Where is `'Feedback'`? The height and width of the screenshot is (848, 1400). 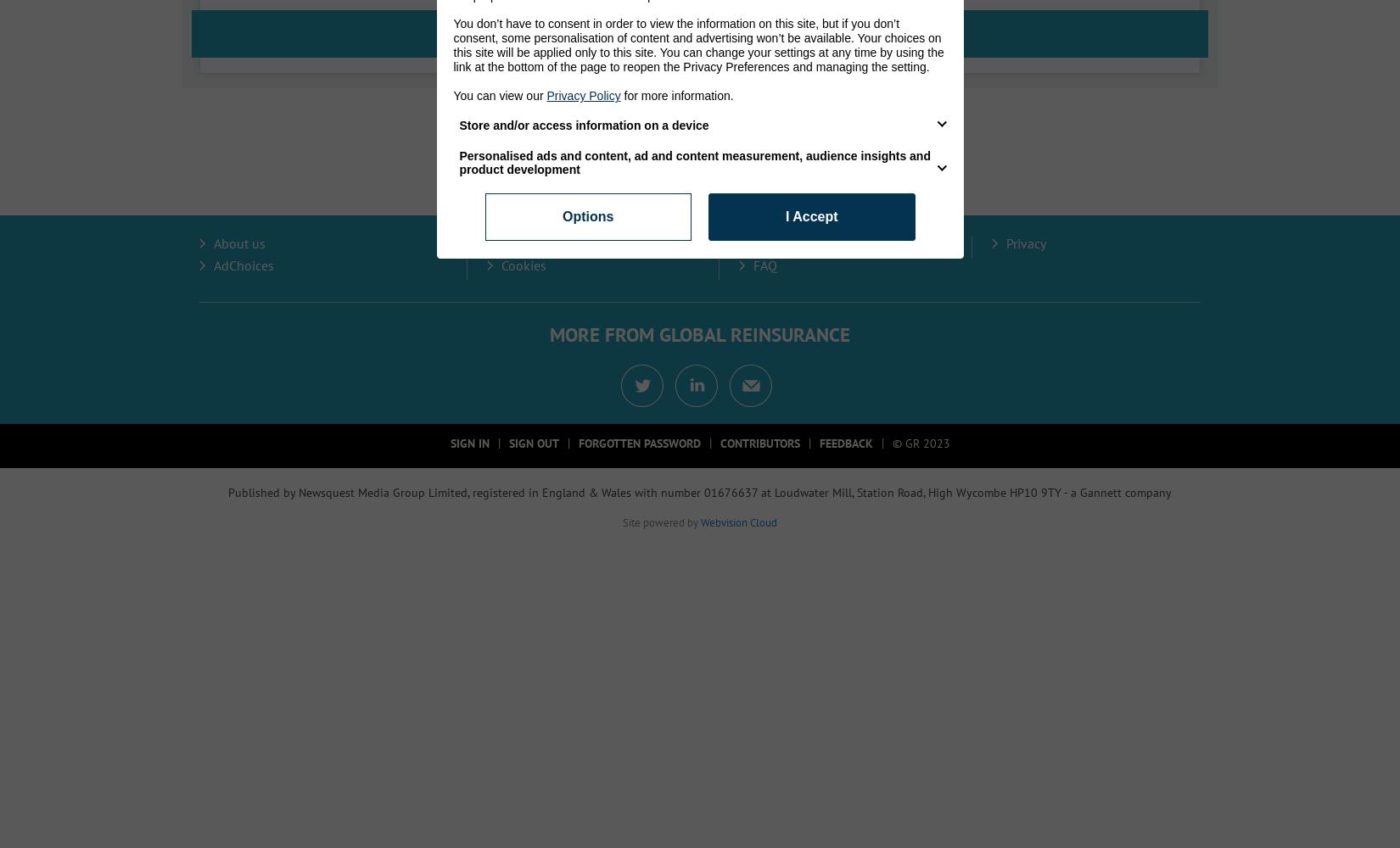 'Feedback' is located at coordinates (818, 444).